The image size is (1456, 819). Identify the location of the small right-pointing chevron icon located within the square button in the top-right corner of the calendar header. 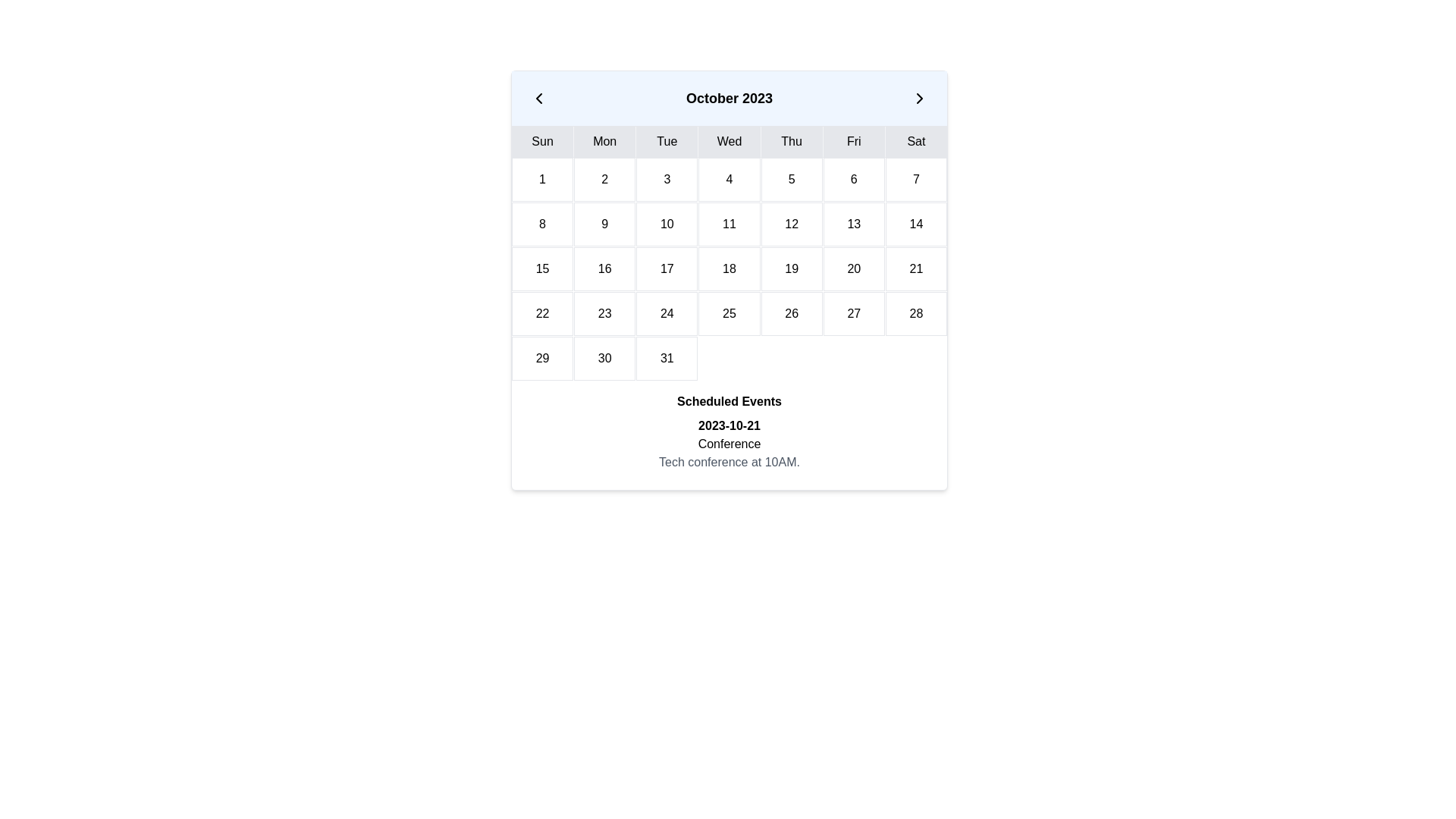
(919, 99).